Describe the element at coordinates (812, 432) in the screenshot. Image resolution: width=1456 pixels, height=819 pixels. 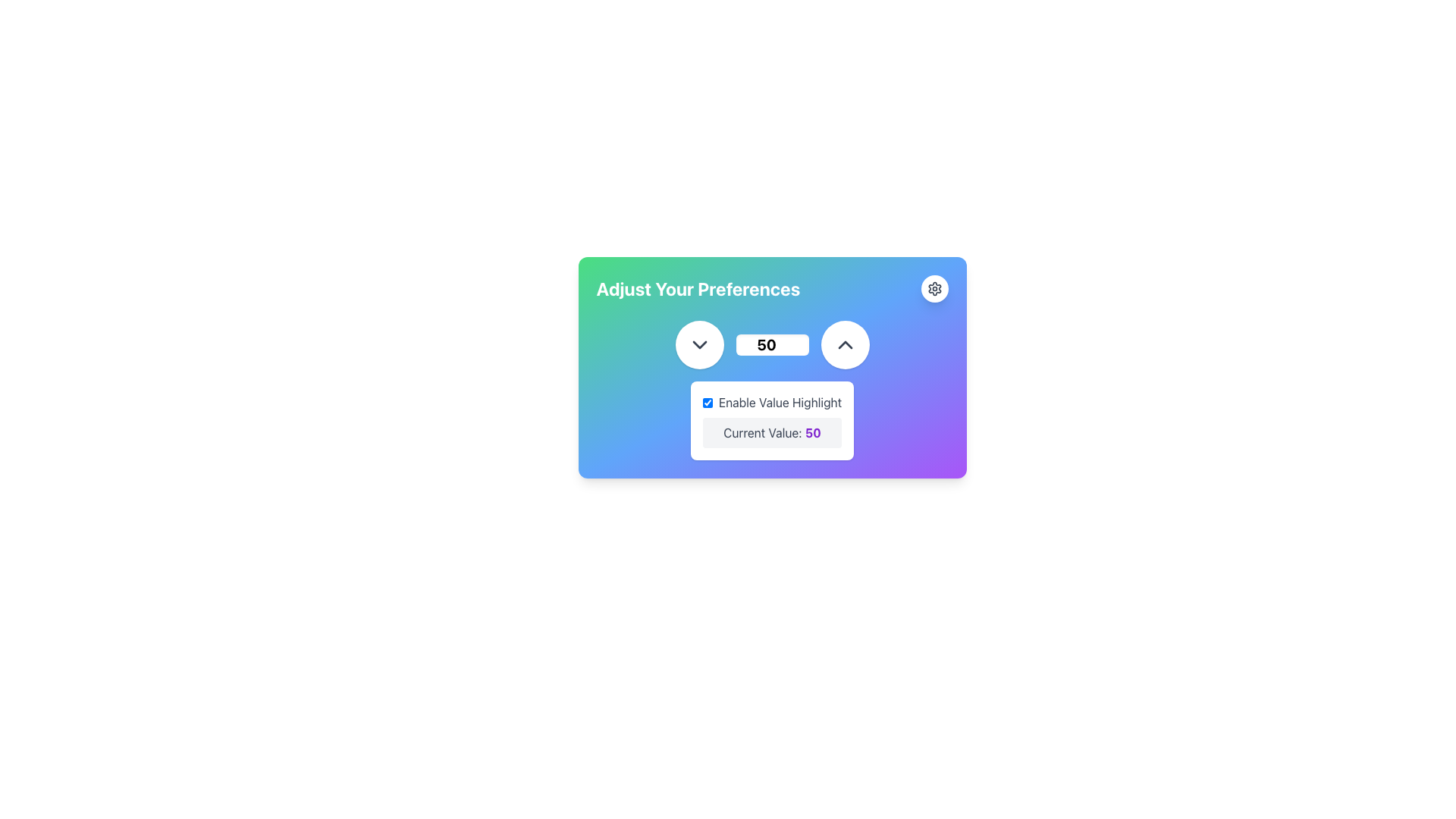
I see `the bold-styled text displaying the purple number '50', which is part of the label 'Current Value: 50', located towards the bottom center of the interface` at that location.